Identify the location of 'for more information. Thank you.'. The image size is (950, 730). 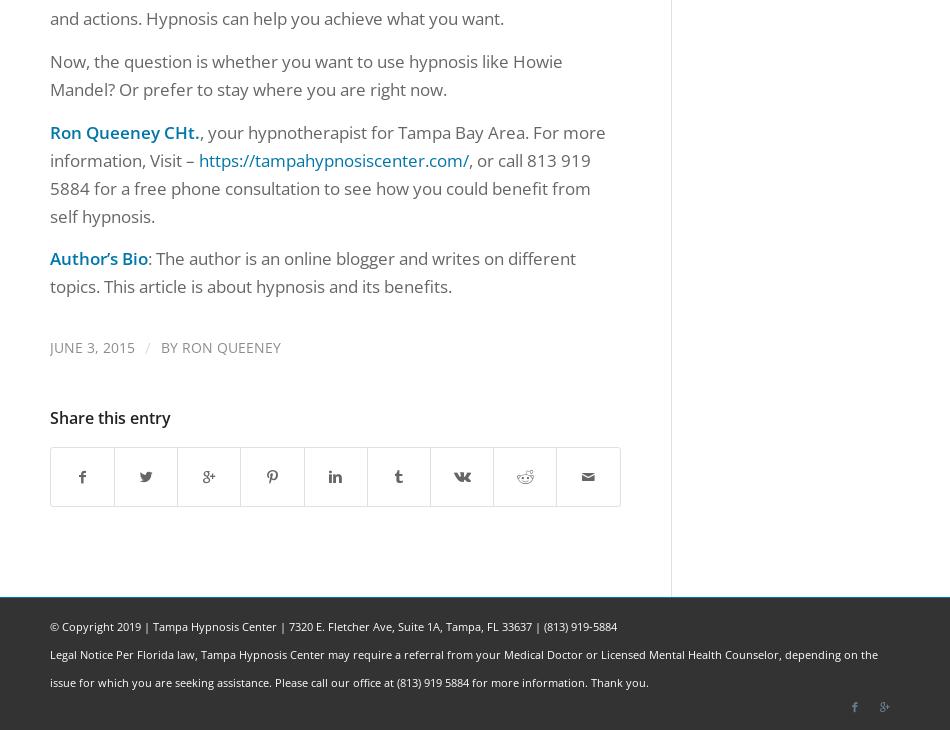
(558, 682).